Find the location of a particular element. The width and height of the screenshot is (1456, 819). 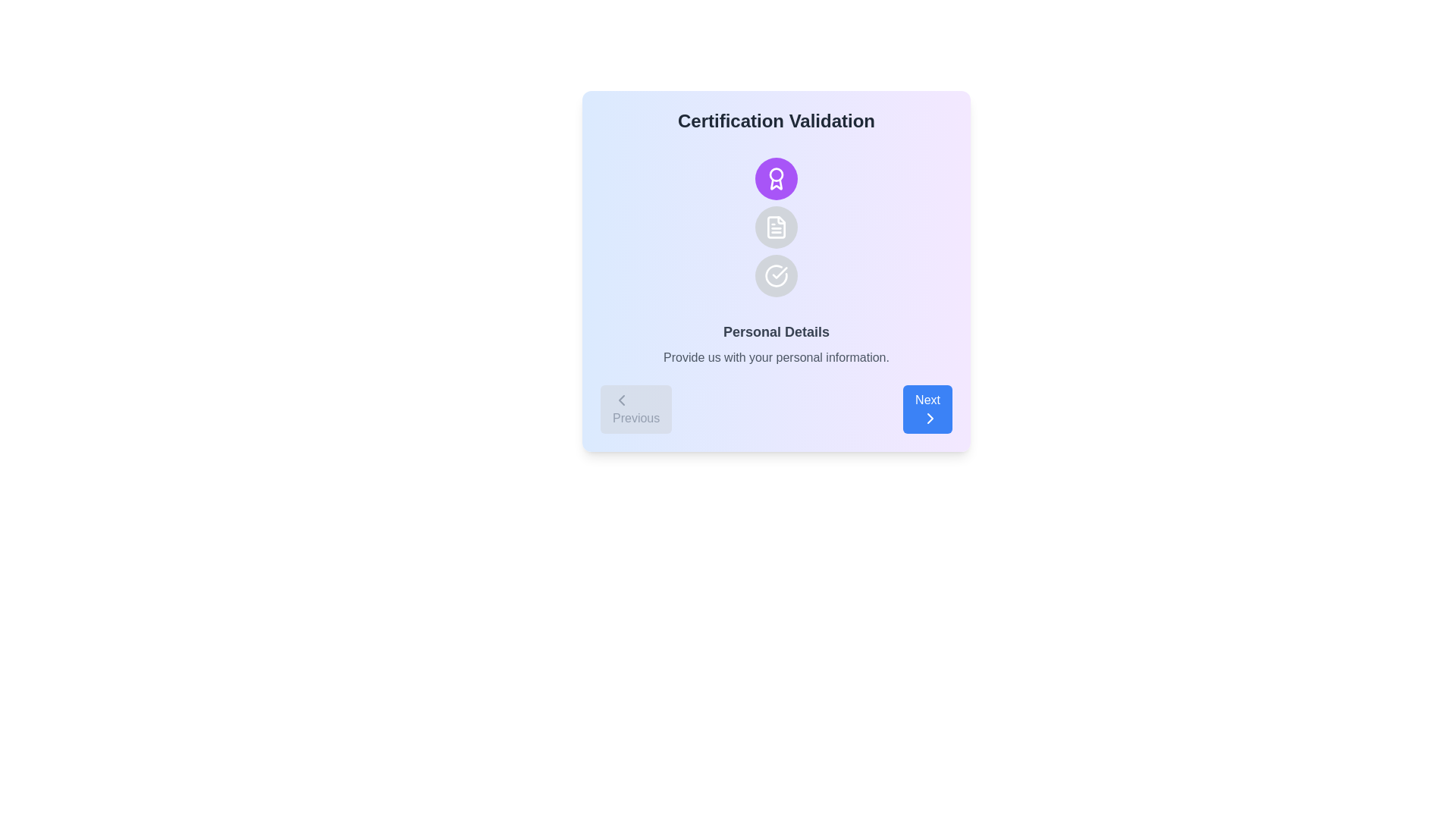

the document or file-related icon that is centrally positioned below a purple circular icon and above a gray circular icon with a checkmark is located at coordinates (776, 227).